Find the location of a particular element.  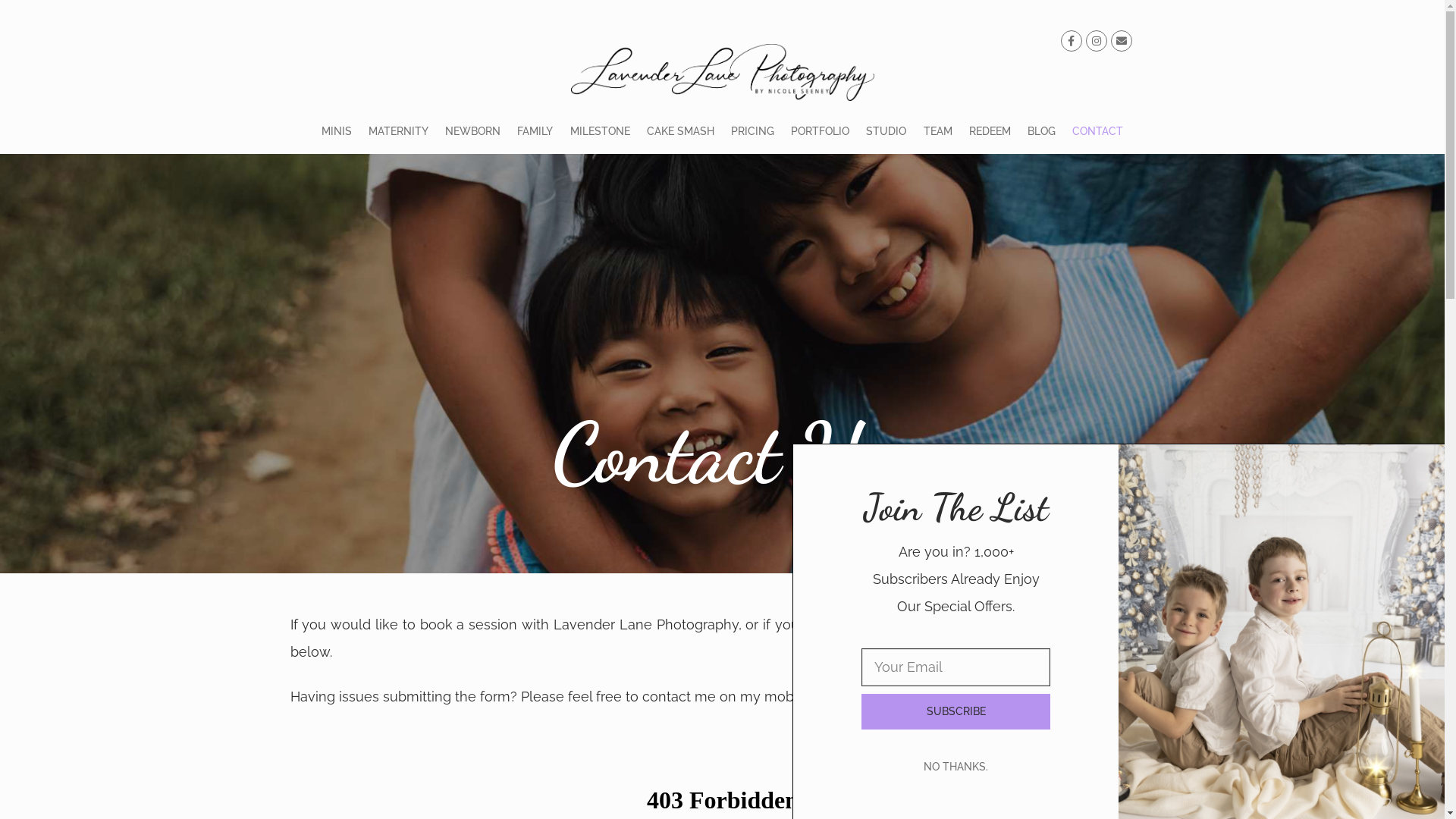

'TEAM' is located at coordinates (937, 130).